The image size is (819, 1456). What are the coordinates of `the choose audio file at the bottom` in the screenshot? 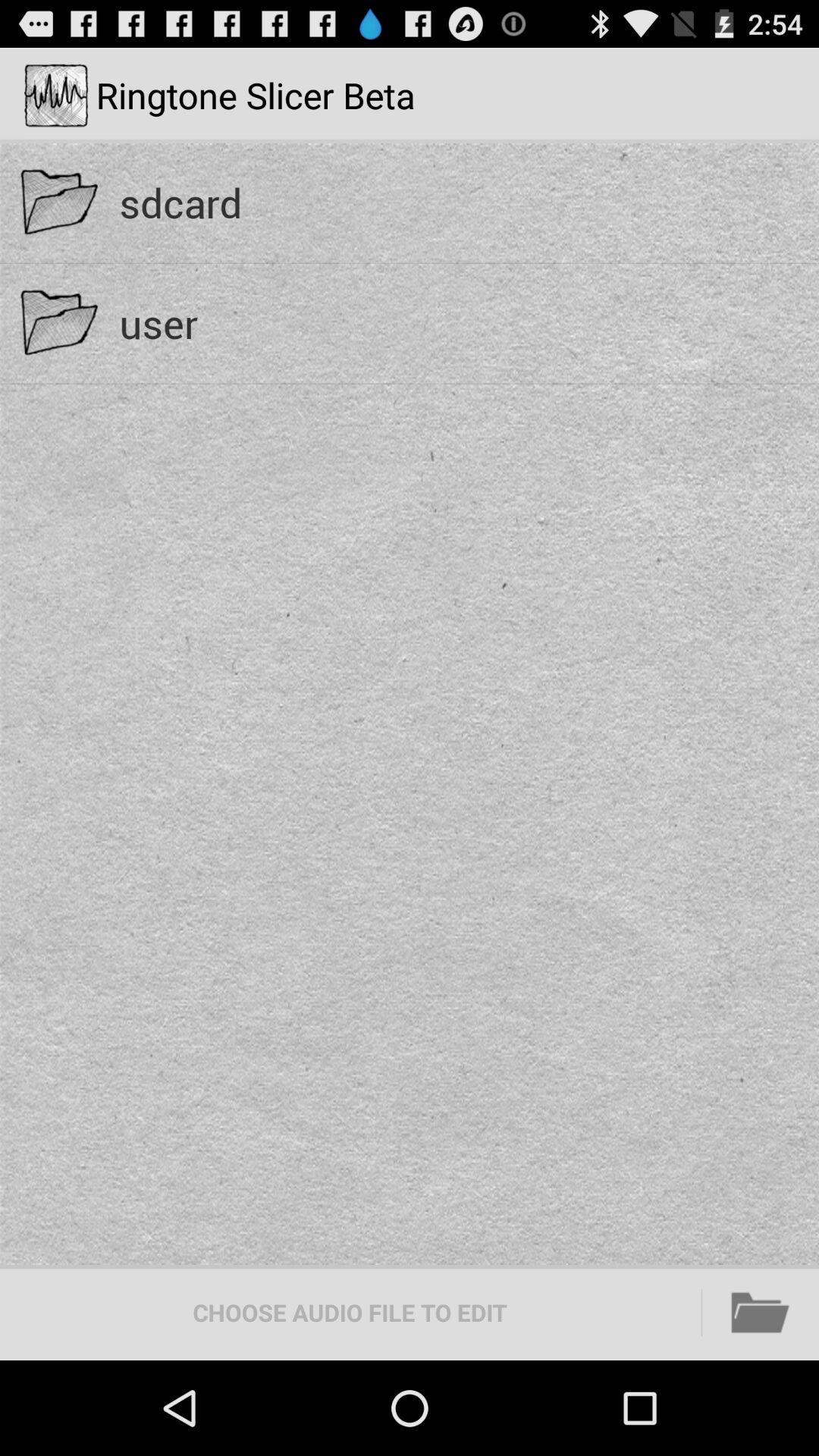 It's located at (350, 1312).